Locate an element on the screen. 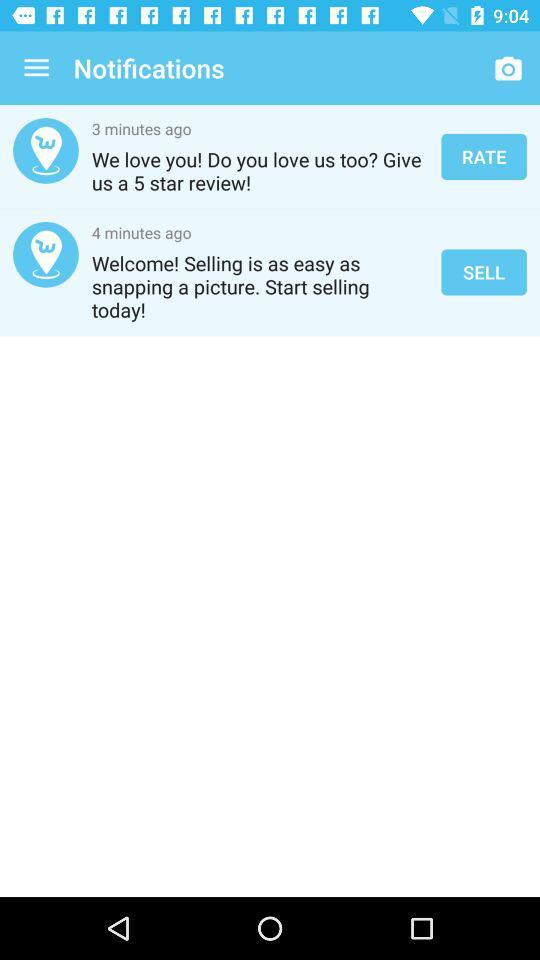 The width and height of the screenshot is (540, 960). we love you item is located at coordinates (260, 170).